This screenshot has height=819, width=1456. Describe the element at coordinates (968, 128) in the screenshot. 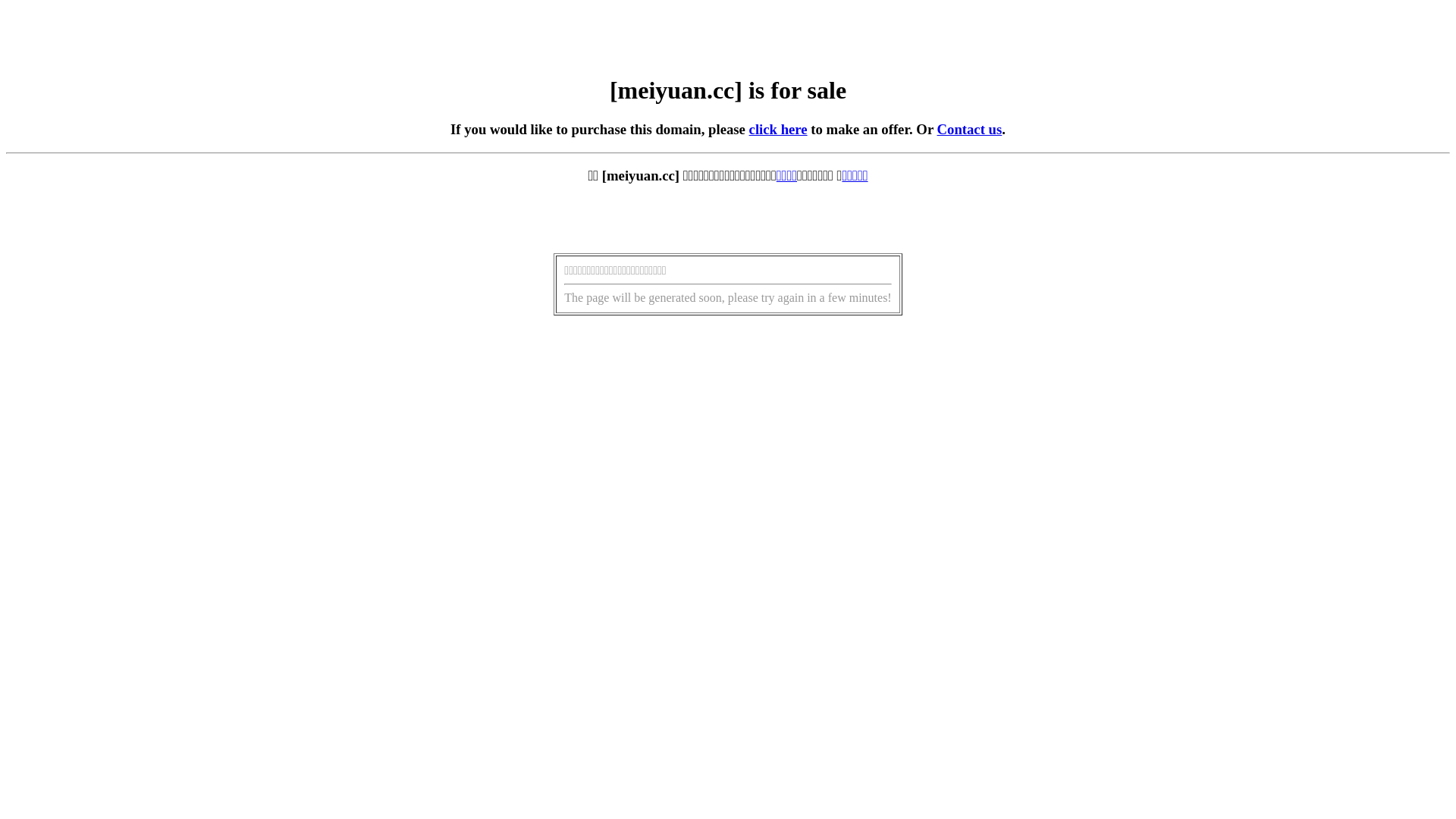

I see `'Contact us'` at that location.